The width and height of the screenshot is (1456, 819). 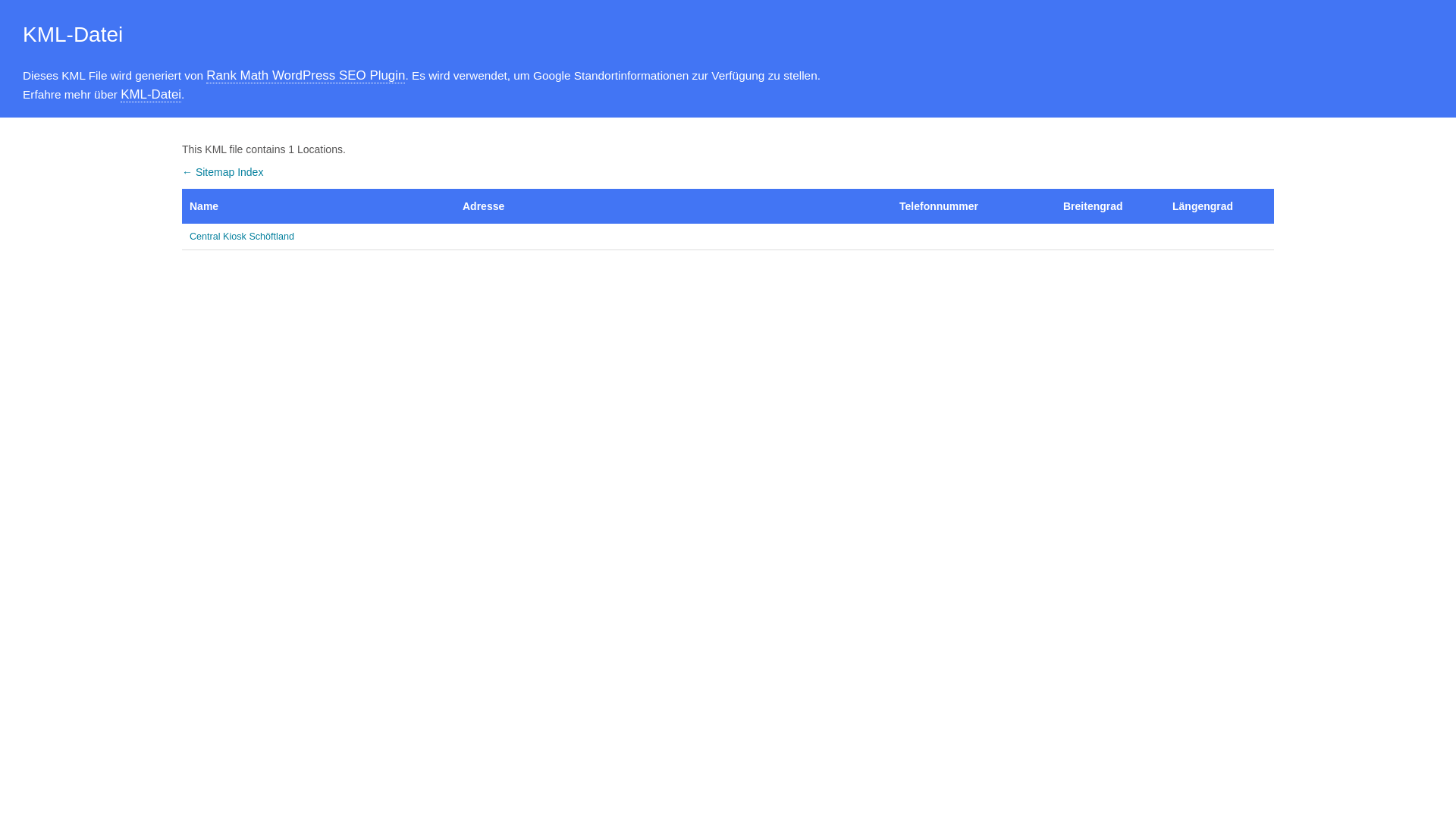 I want to click on 'Rank Math WordPress SEO Plugin', so click(x=206, y=76).